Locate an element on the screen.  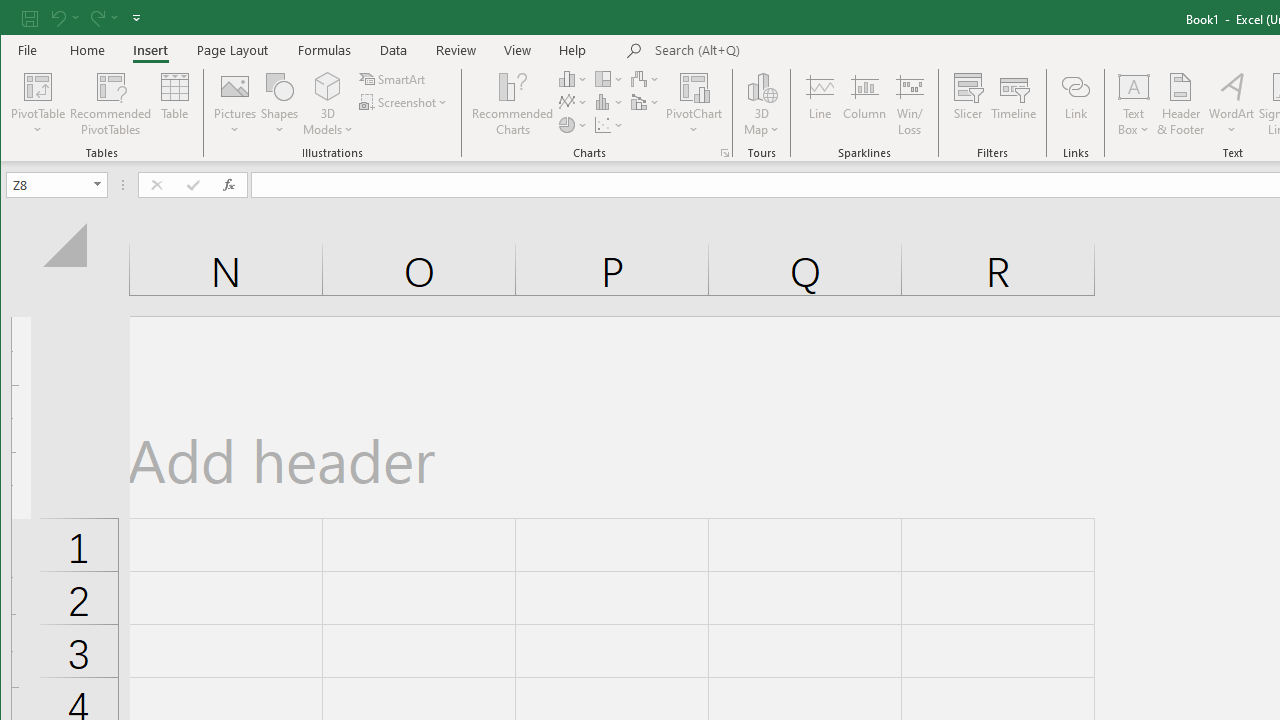
'Text Box' is located at coordinates (1134, 104).